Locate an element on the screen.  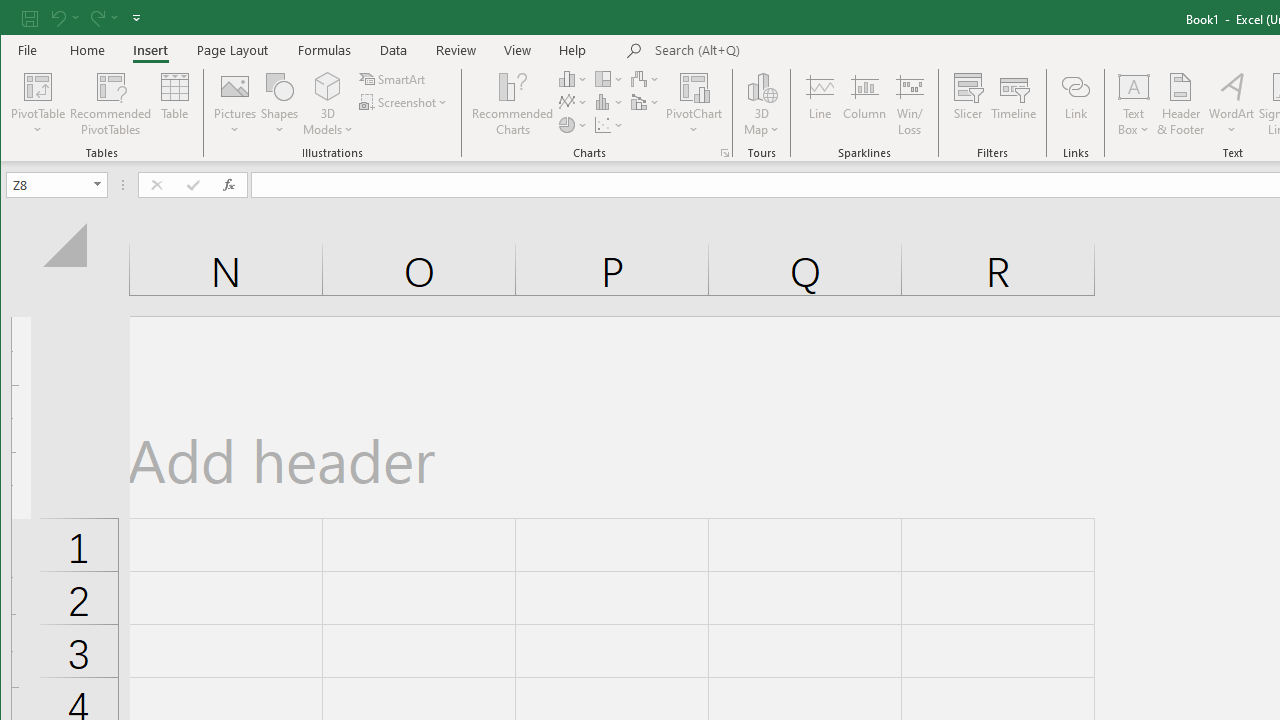
'Text Box' is located at coordinates (1134, 104).